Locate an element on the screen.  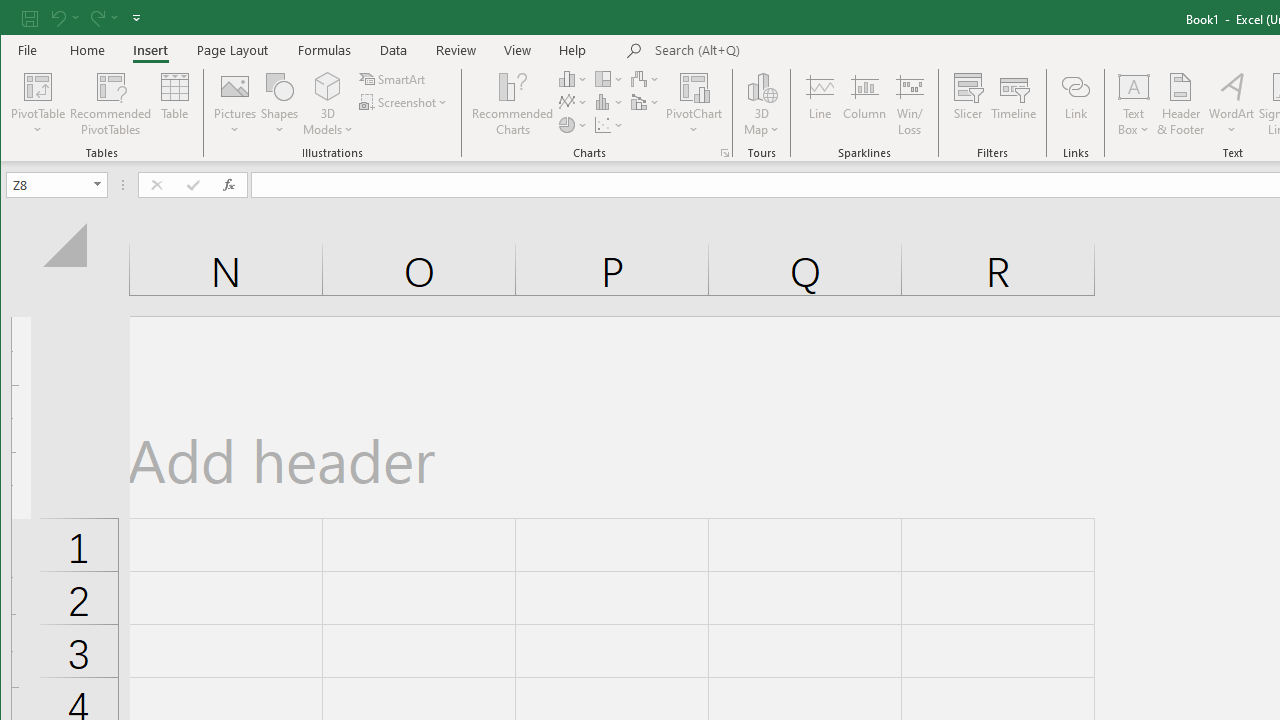
'Text Box' is located at coordinates (1134, 104).